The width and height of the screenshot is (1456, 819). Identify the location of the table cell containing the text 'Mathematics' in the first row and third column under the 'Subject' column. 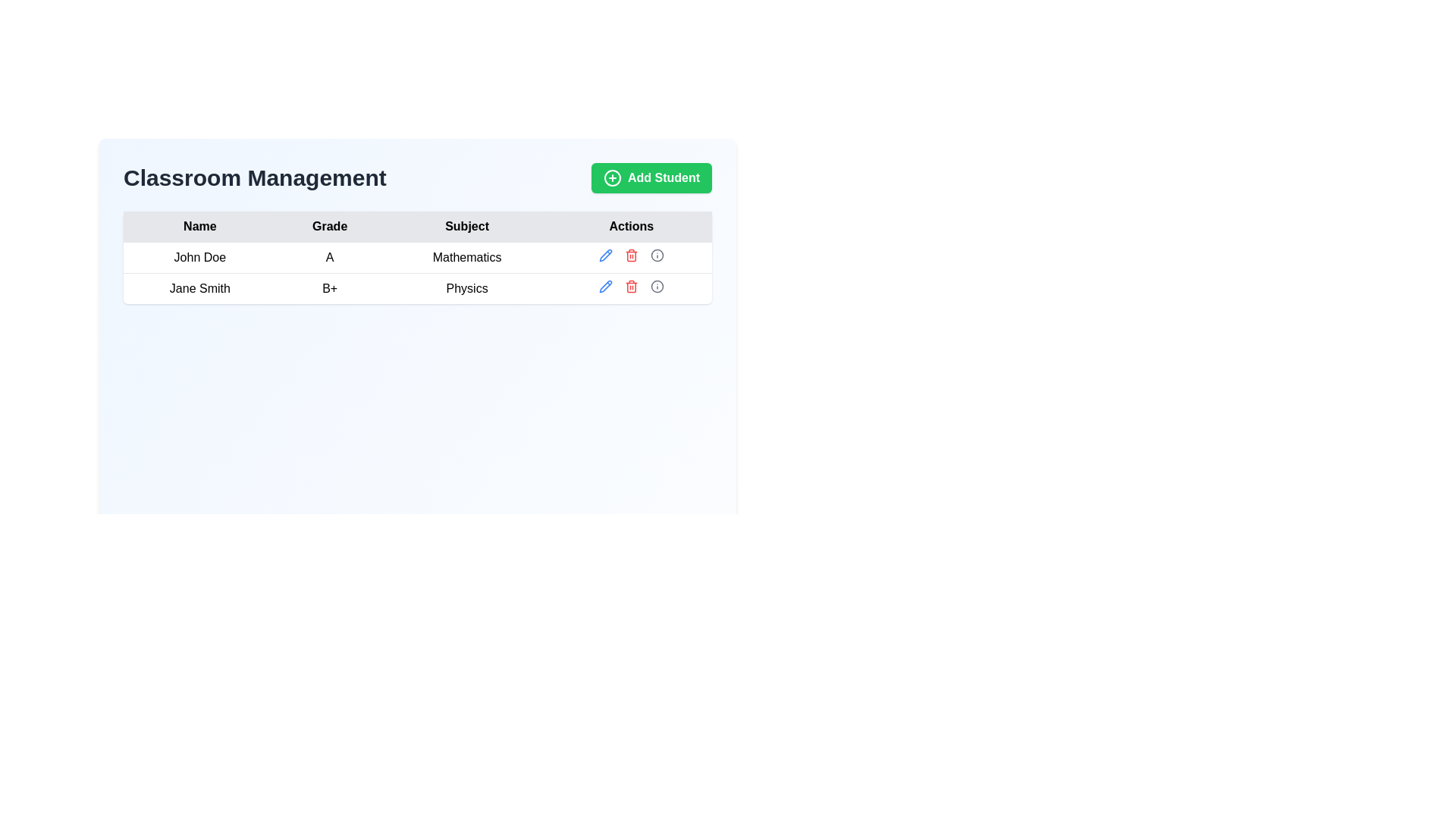
(466, 256).